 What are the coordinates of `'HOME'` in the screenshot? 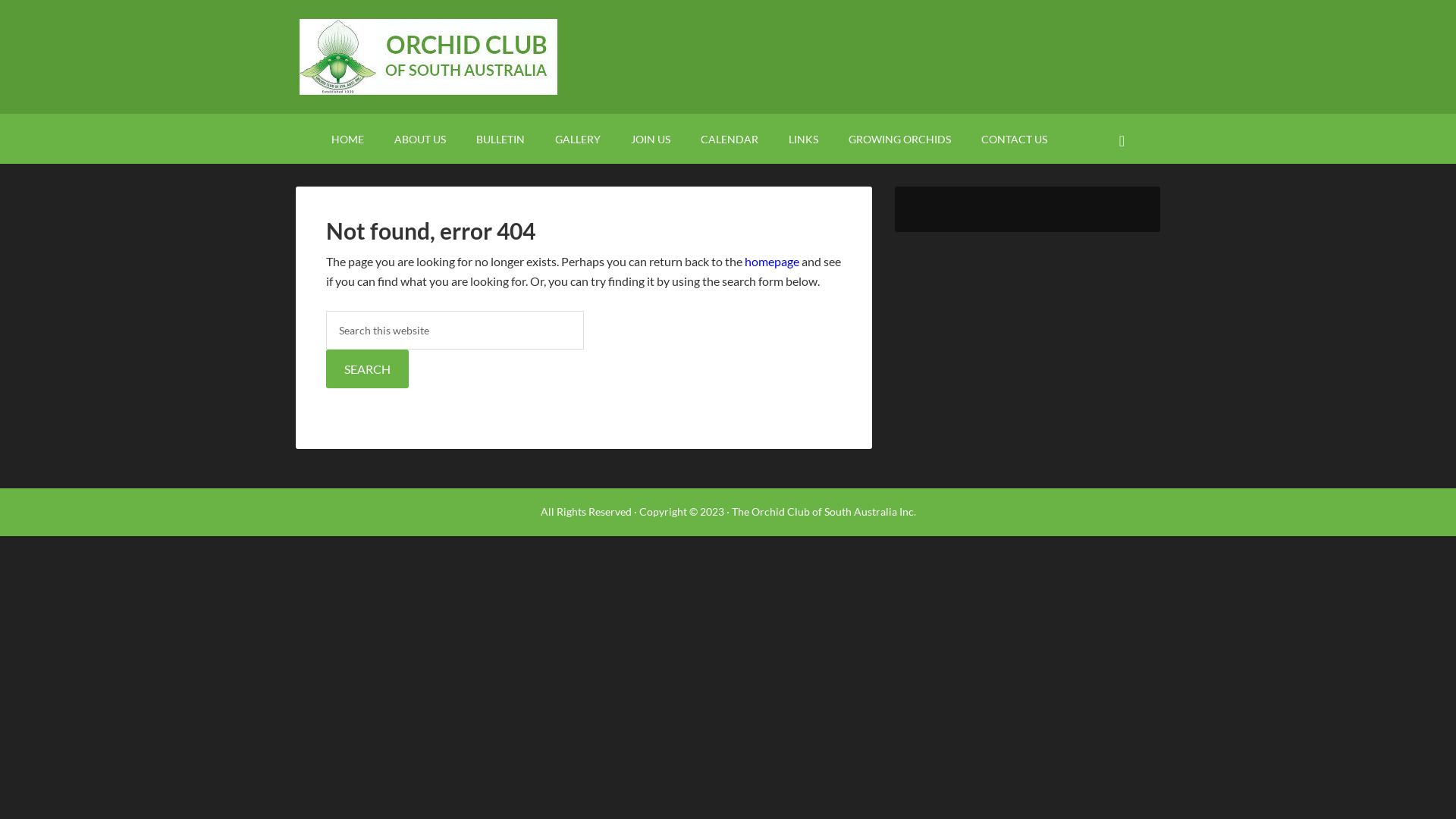 It's located at (347, 138).